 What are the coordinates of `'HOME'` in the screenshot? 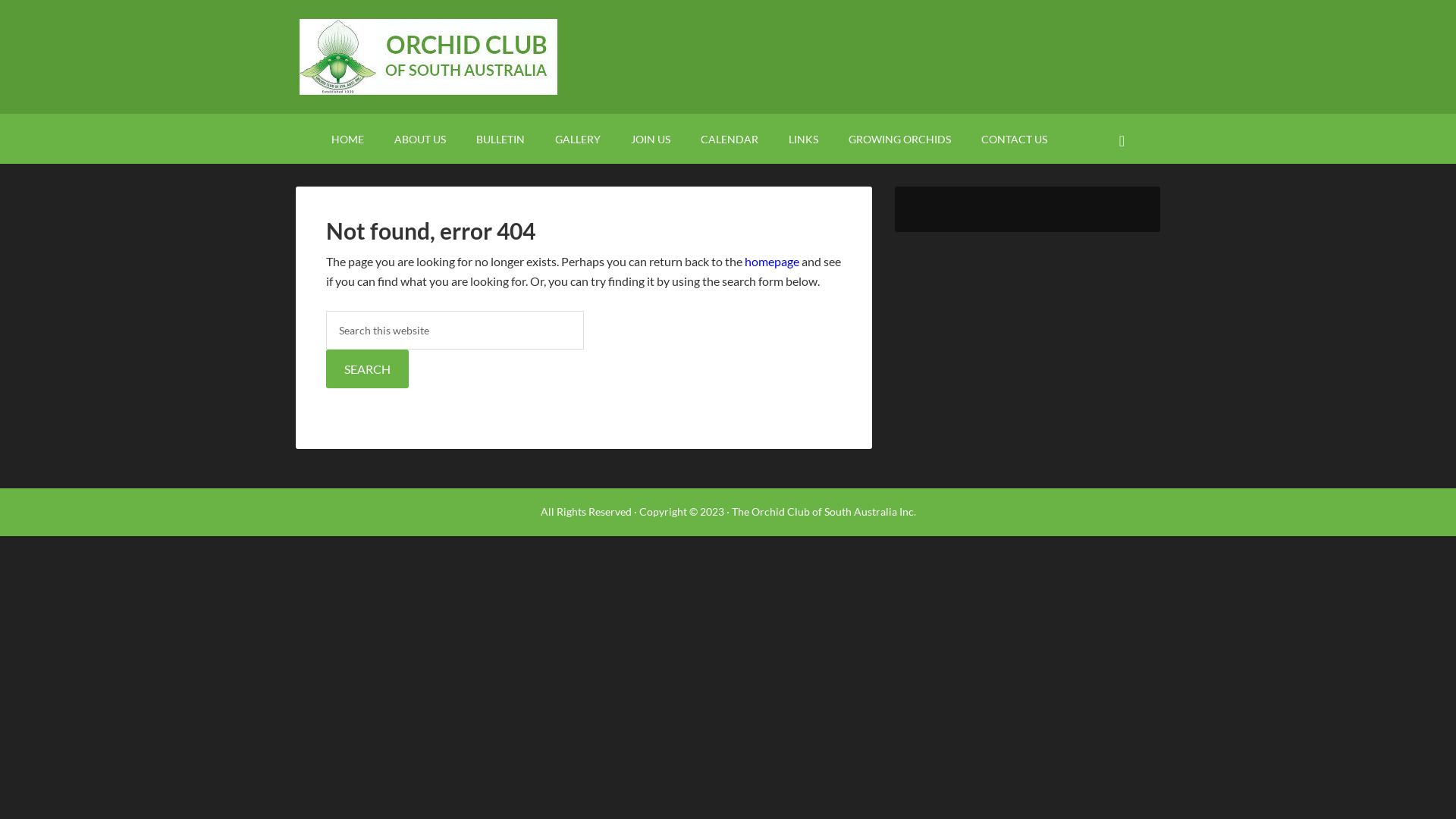 It's located at (347, 138).